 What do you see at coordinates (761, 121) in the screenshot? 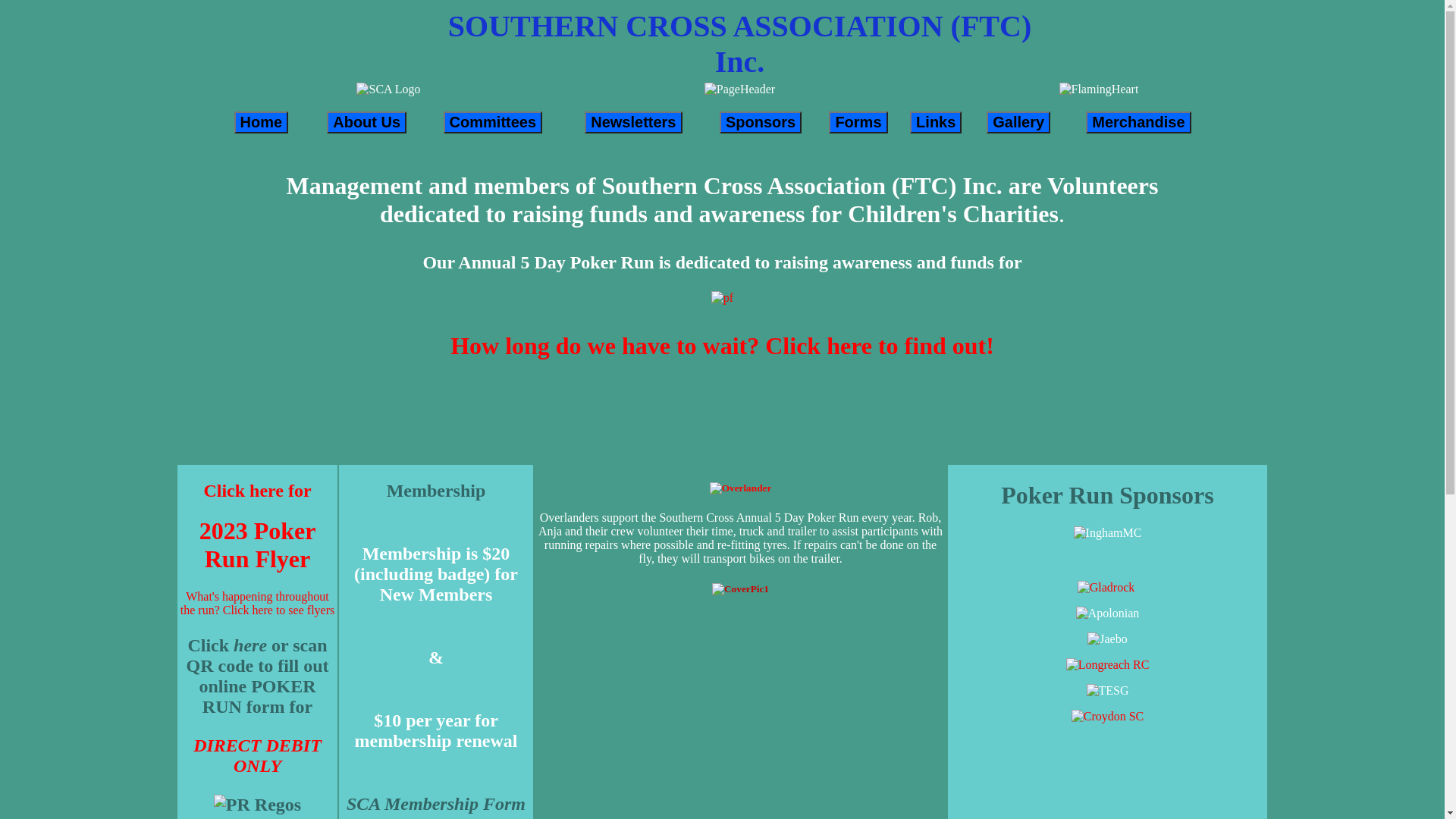
I see `'Sponsors'` at bounding box center [761, 121].